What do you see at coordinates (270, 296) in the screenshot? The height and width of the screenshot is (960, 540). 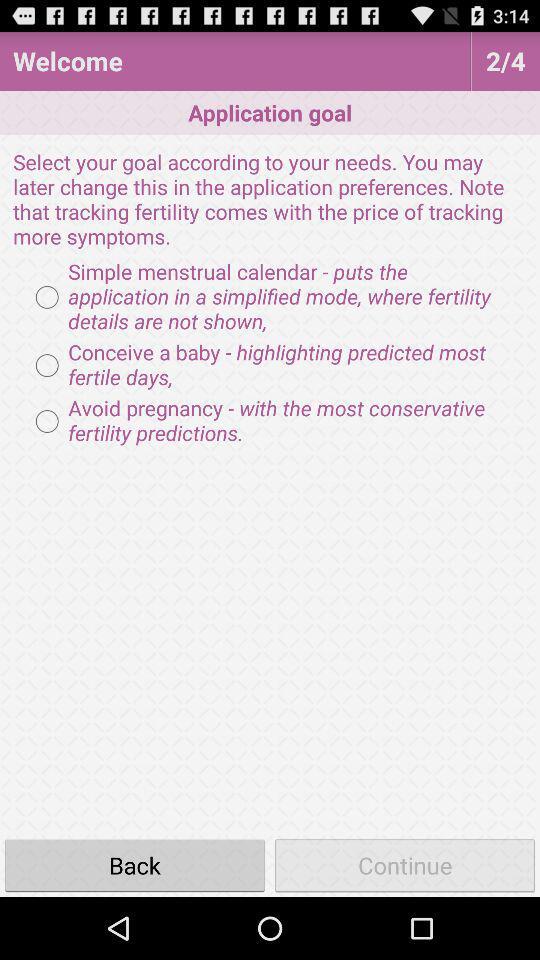 I see `item above the conceive a baby radio button` at bounding box center [270, 296].